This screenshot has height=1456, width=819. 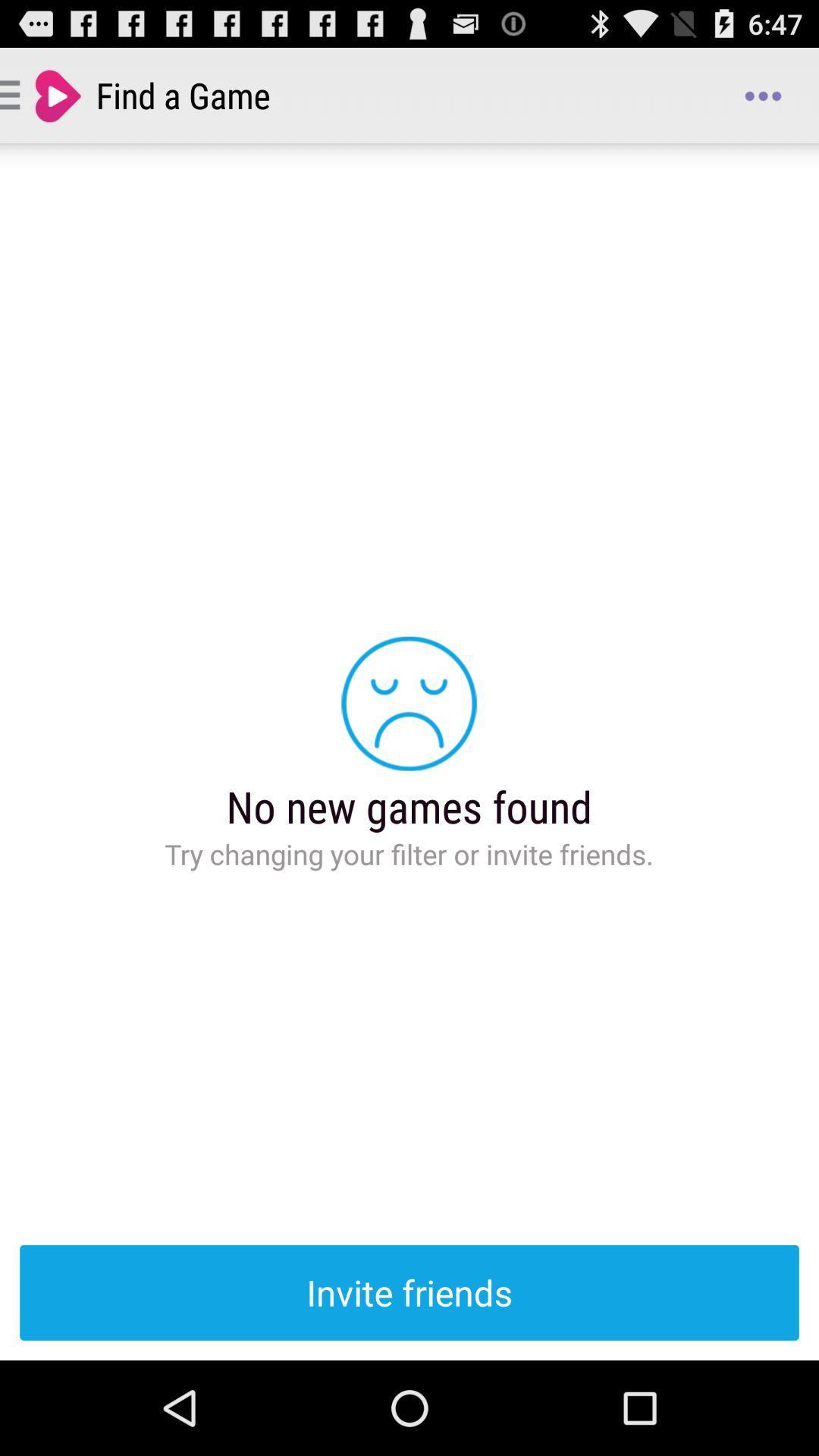 What do you see at coordinates (763, 94) in the screenshot?
I see `icon at the top right corner` at bounding box center [763, 94].